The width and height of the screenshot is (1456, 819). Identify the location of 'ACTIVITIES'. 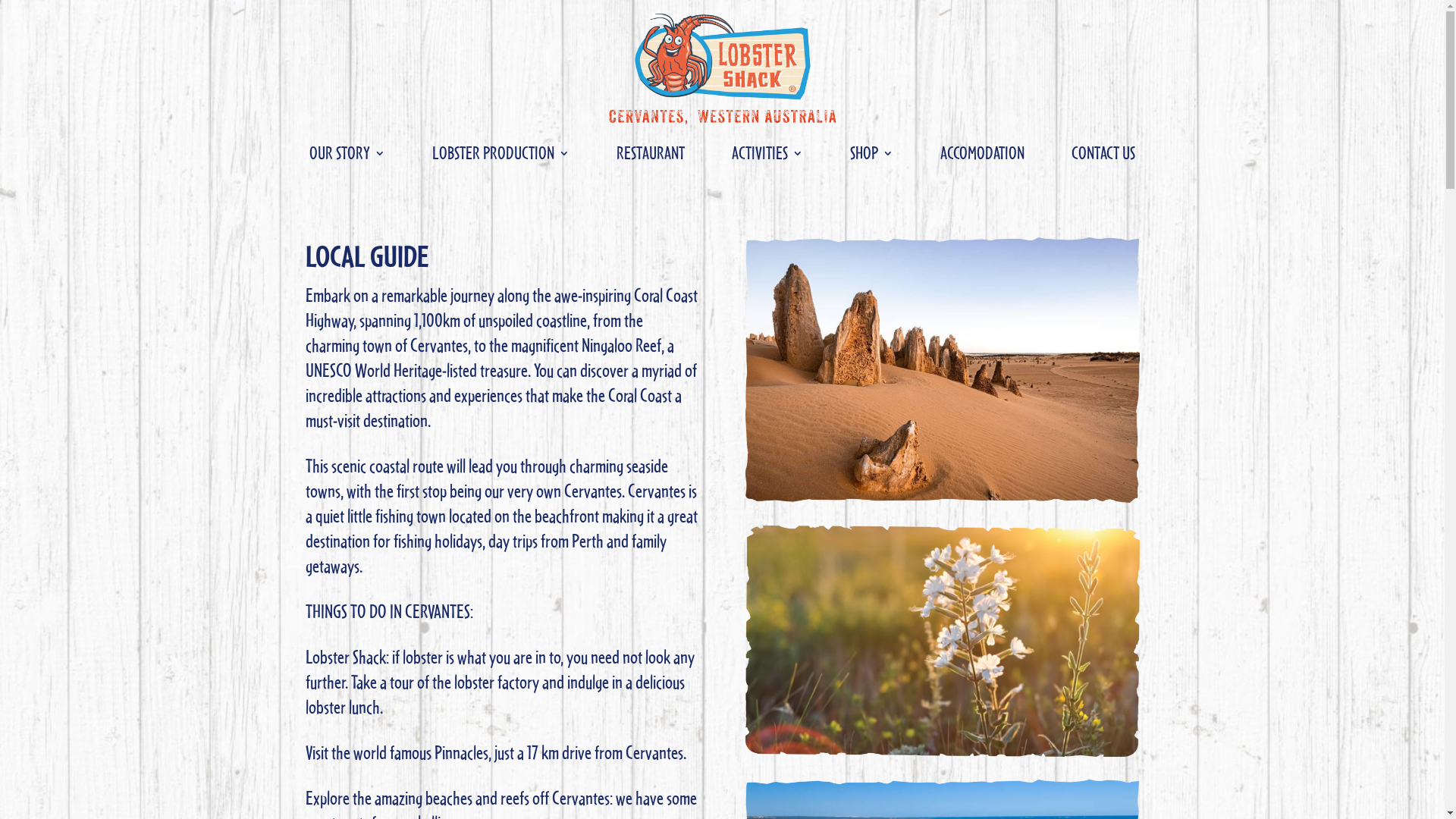
(731, 155).